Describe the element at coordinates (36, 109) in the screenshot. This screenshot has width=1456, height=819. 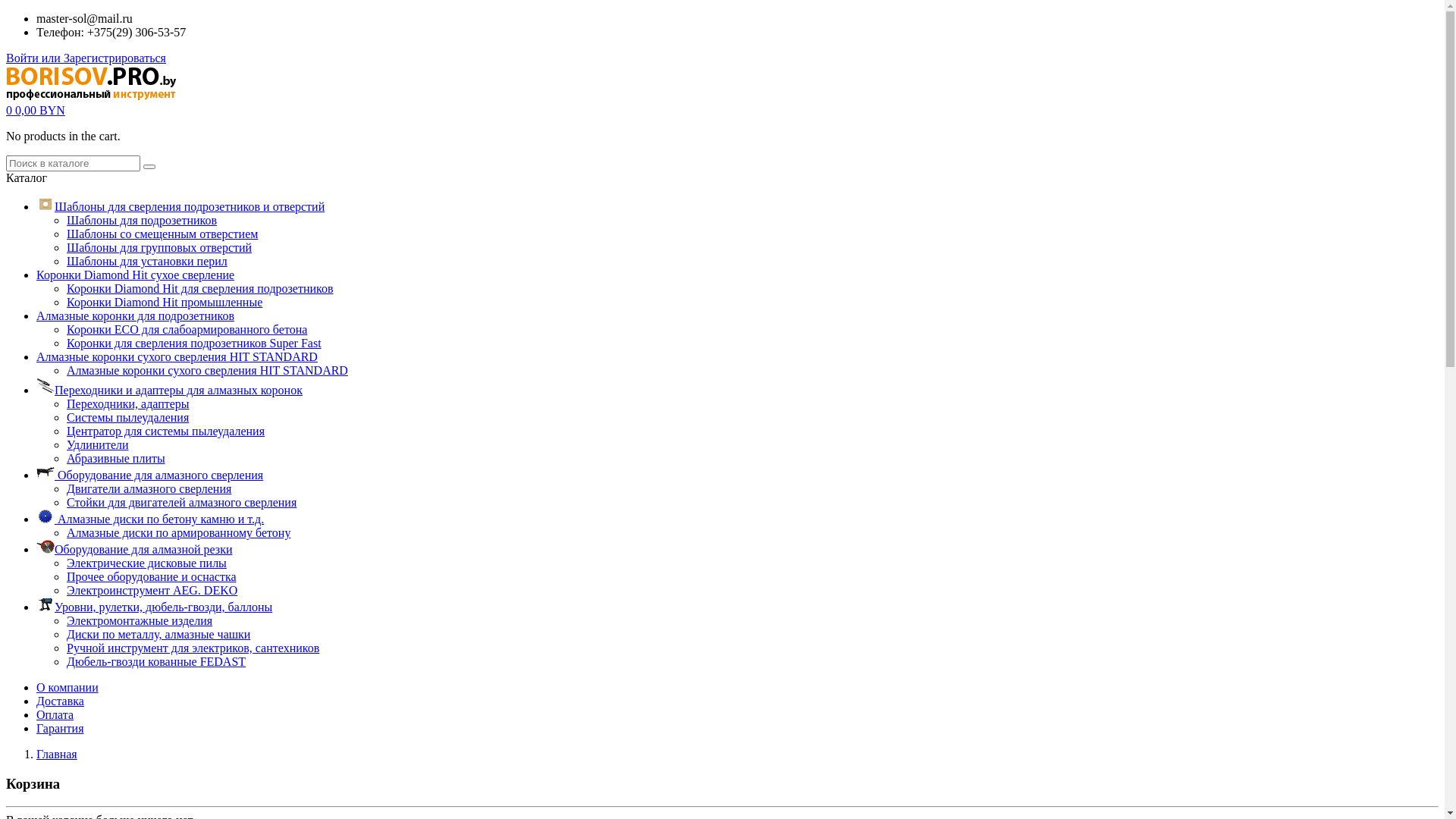
I see `'0 0,00 BYN'` at that location.